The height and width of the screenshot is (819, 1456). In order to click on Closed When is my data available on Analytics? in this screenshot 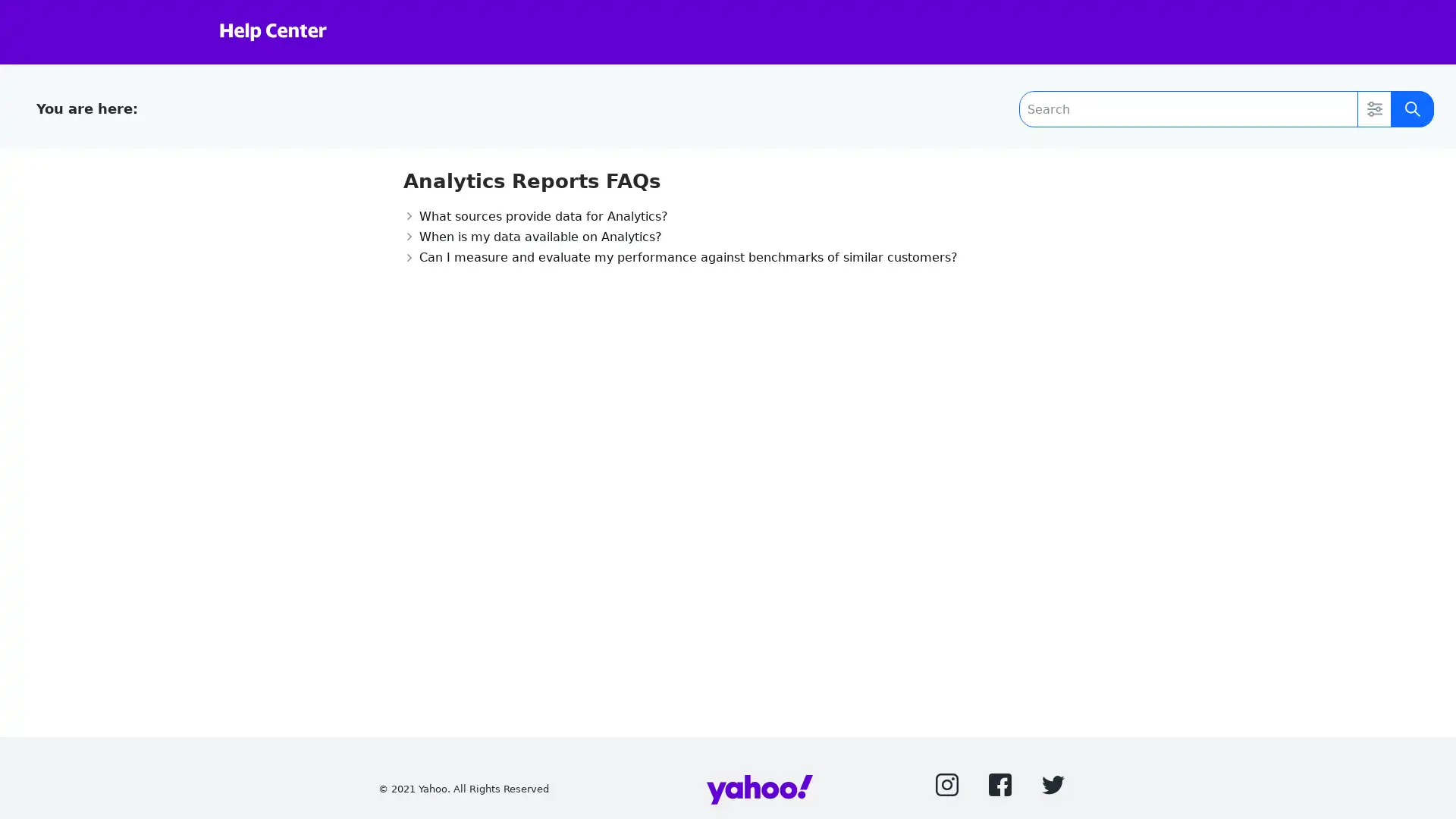, I will do `click(532, 236)`.